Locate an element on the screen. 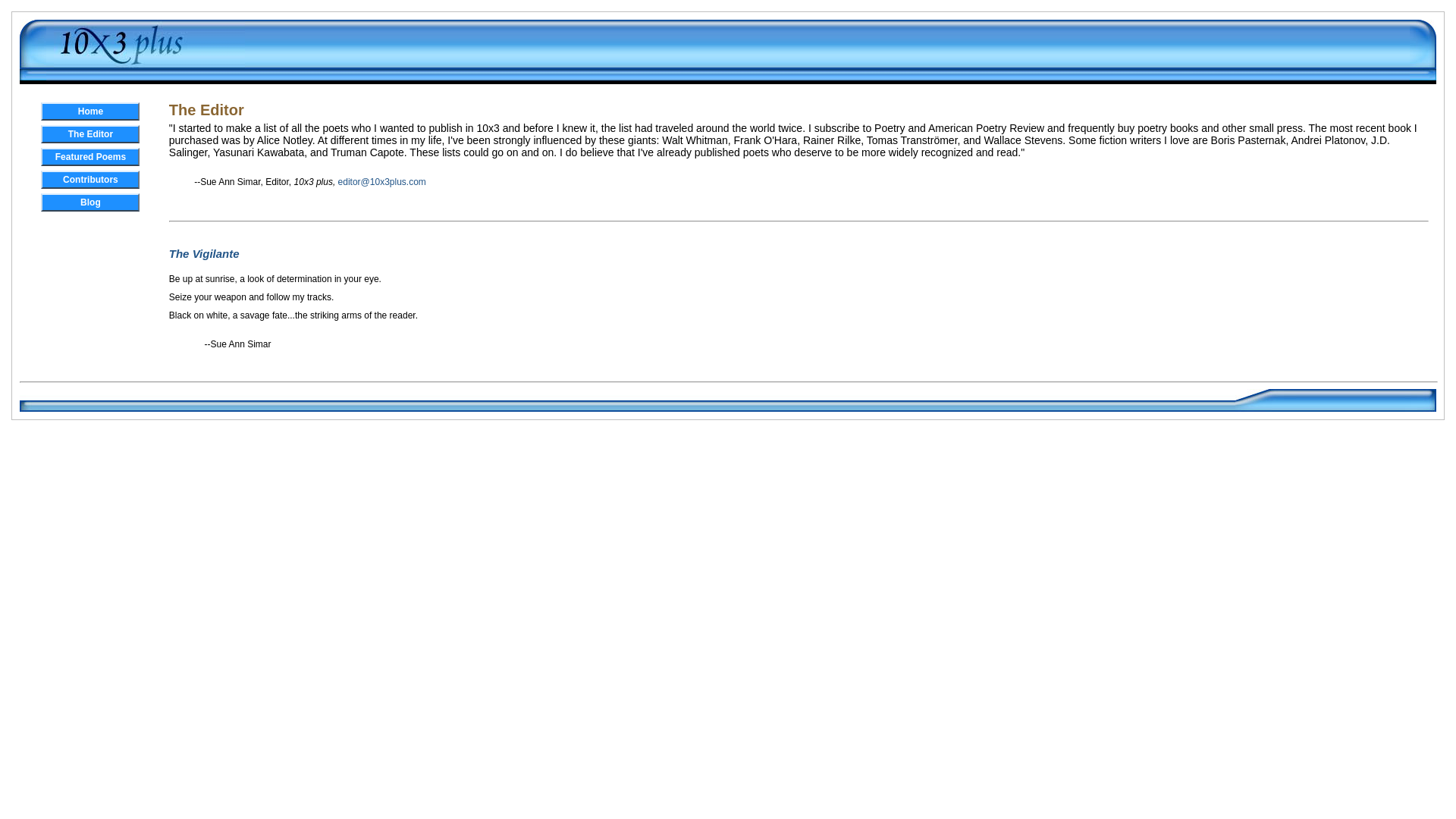  'Home' is located at coordinates (89, 110).